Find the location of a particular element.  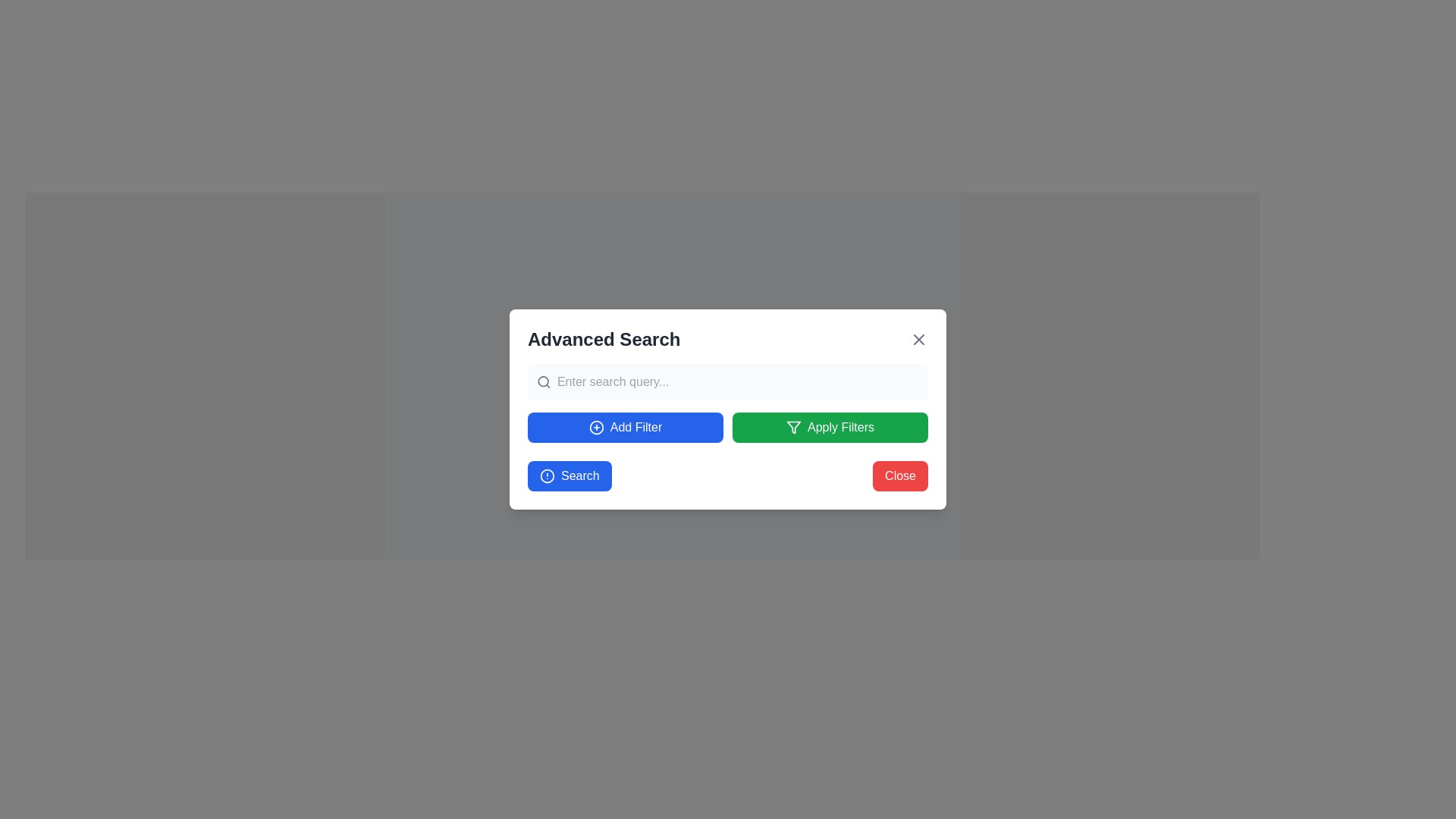

the gray magnifying glass icon located to the left of the placeholder text field to invoke a search action or focus on the input field is located at coordinates (544, 381).